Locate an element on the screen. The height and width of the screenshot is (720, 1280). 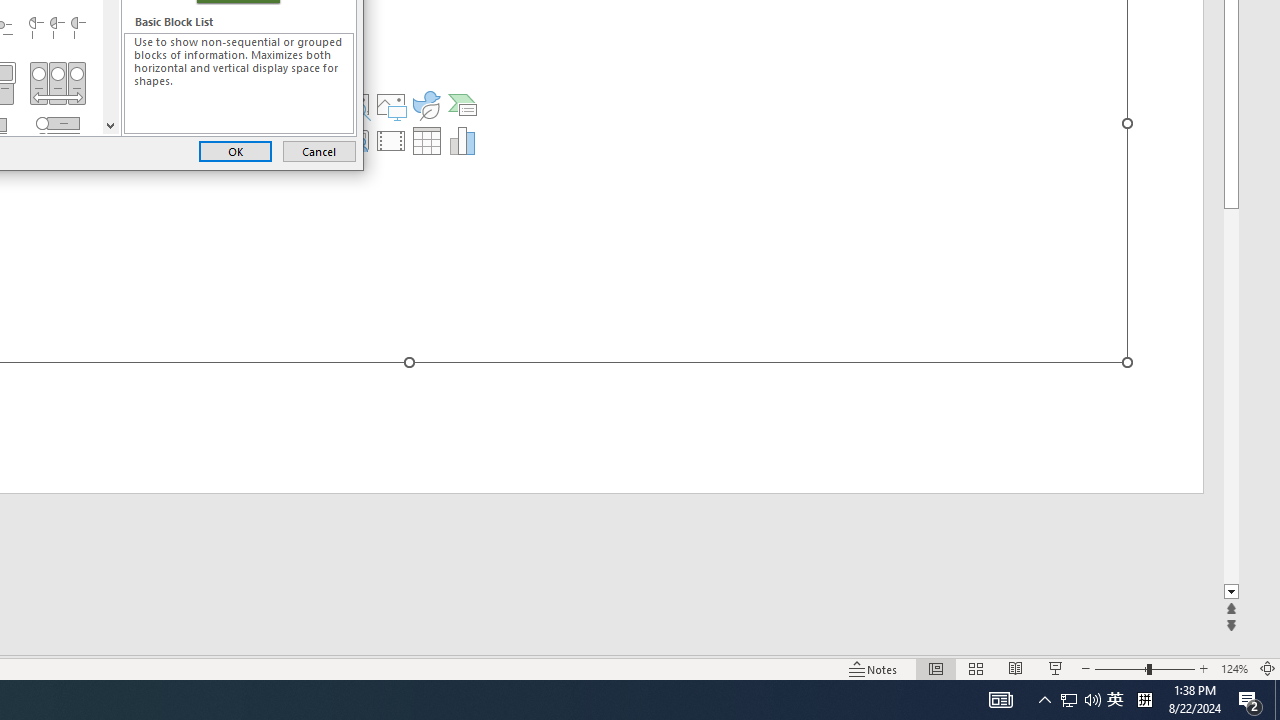
'User Promoted Notification Area' is located at coordinates (1079, 698).